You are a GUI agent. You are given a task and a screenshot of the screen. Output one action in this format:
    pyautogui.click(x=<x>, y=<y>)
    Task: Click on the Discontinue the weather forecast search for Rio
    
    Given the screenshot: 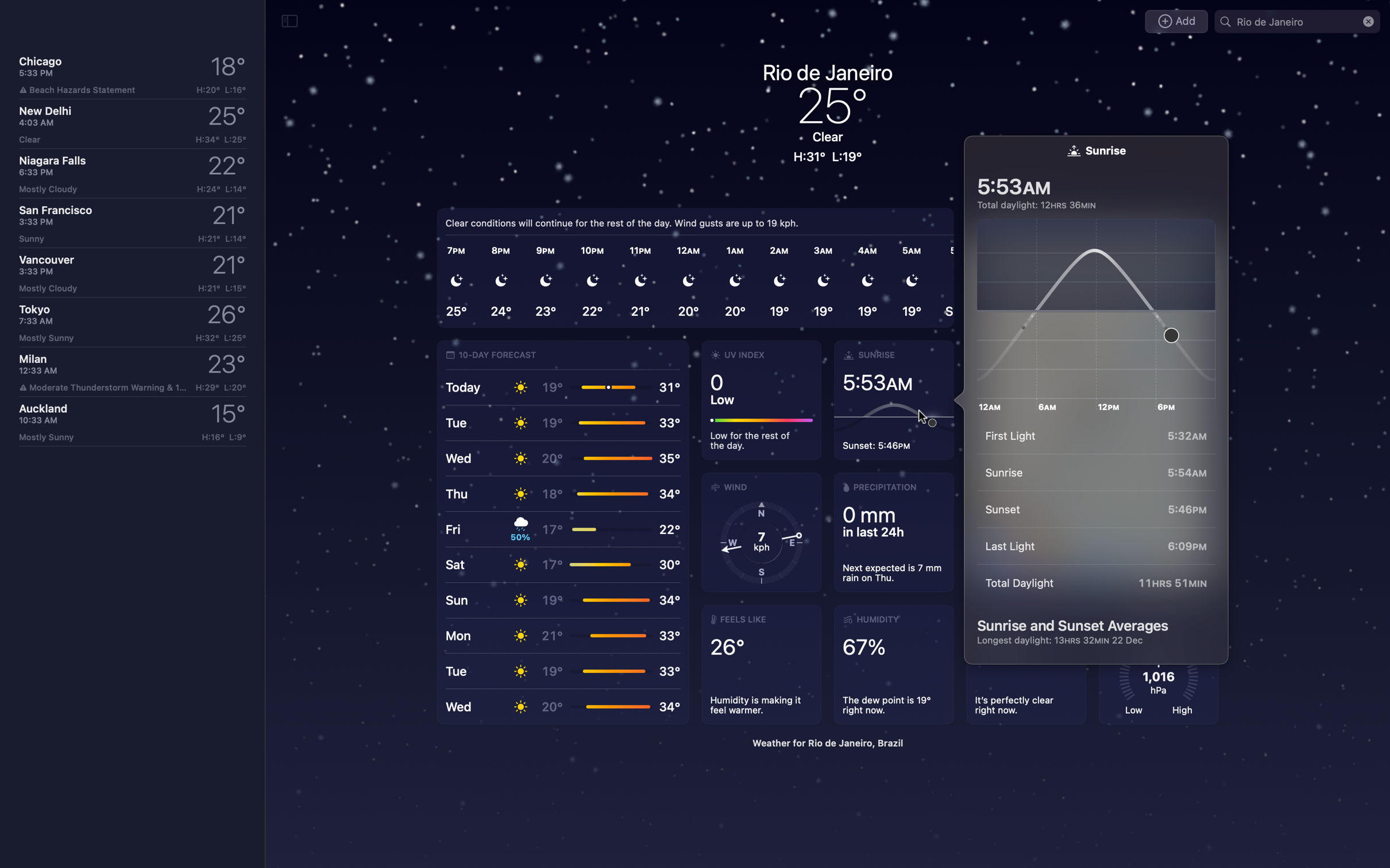 What is the action you would take?
    pyautogui.click(x=1368, y=21)
    